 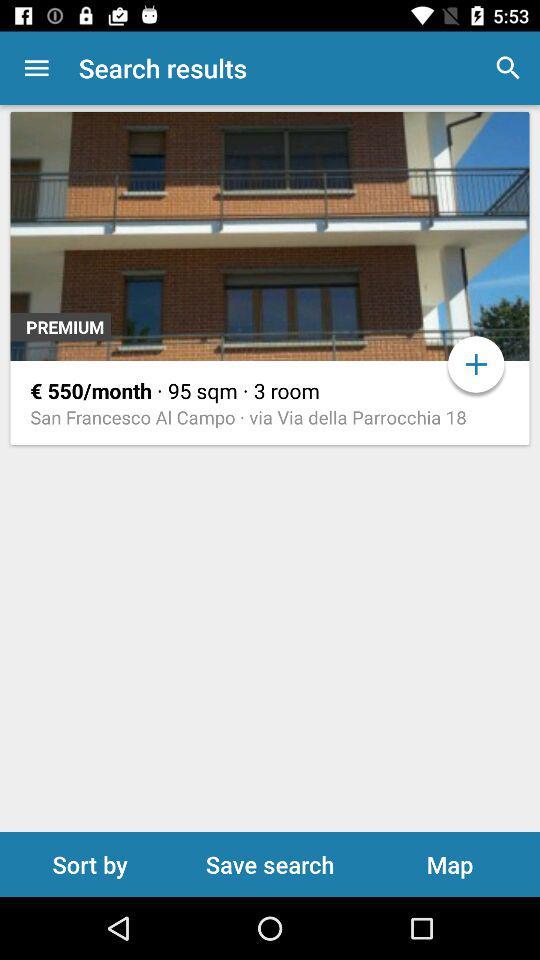 I want to click on item next to save search item, so click(x=89, y=863).